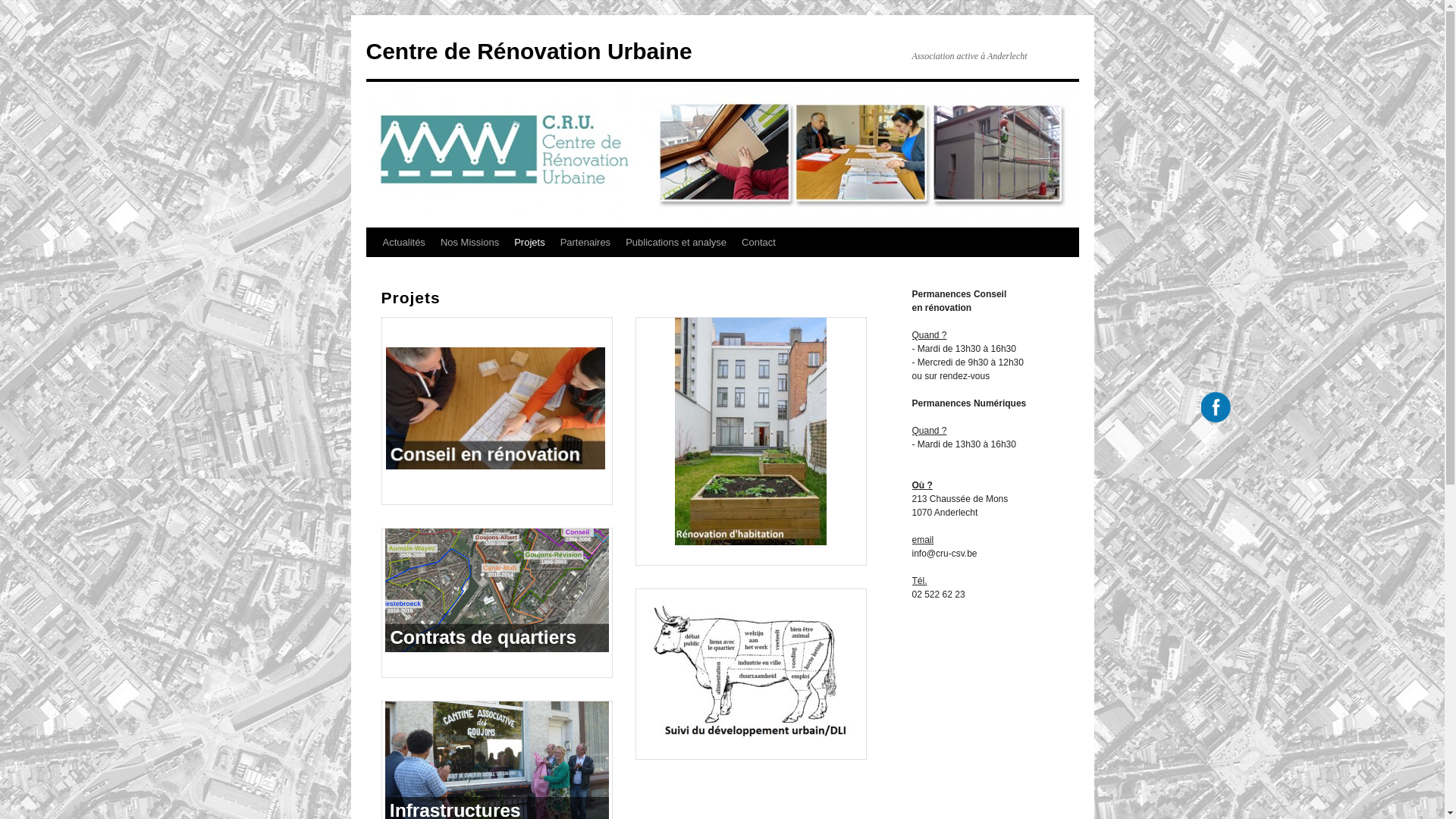  What do you see at coordinates (365, 270) in the screenshot?
I see `'Aller au contenu'` at bounding box center [365, 270].